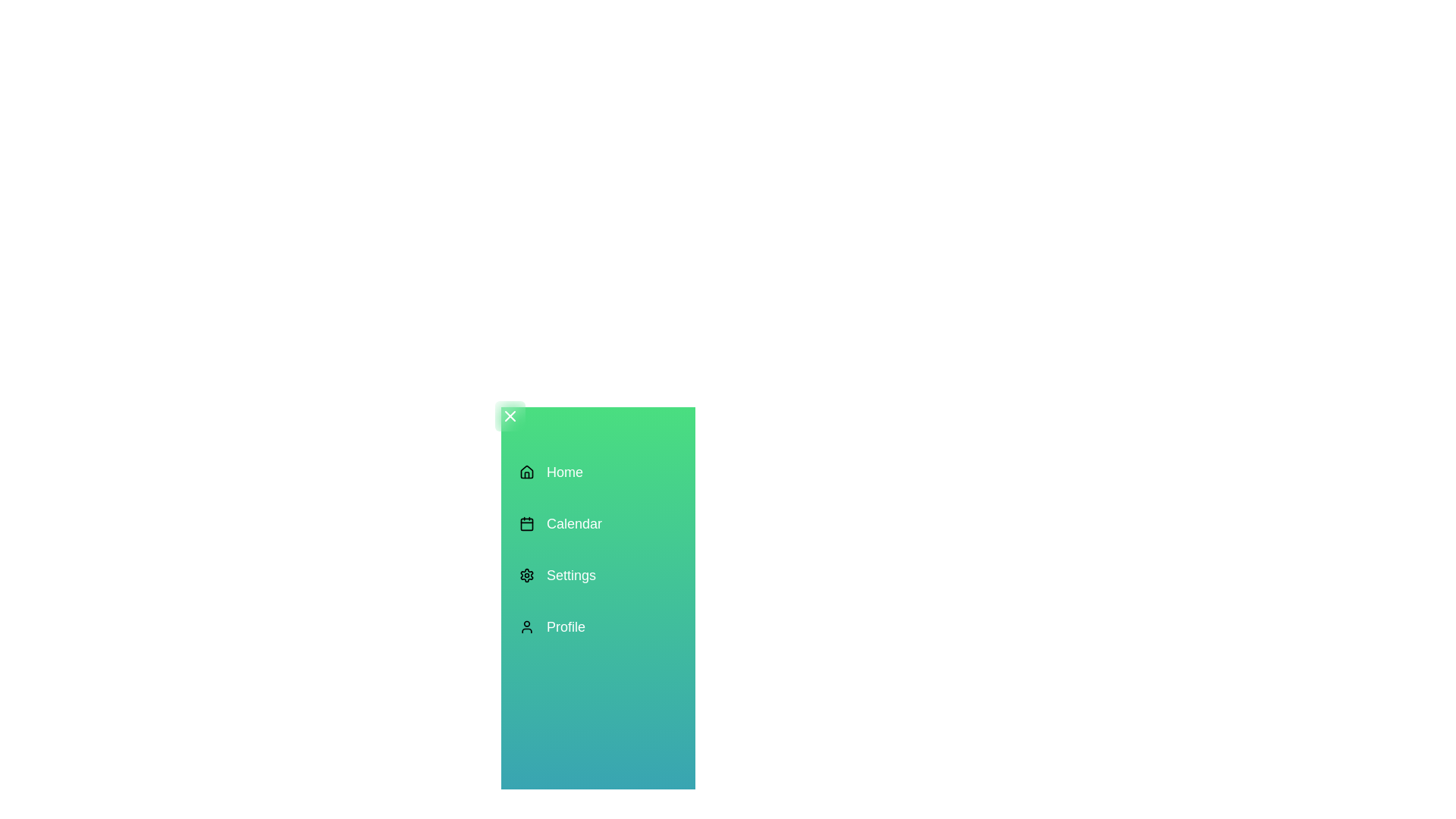  Describe the element at coordinates (560, 626) in the screenshot. I see `the 'Profile' button, which is styled with a user icon and located in the vertical navigation menu below the 'Settings' option` at that location.